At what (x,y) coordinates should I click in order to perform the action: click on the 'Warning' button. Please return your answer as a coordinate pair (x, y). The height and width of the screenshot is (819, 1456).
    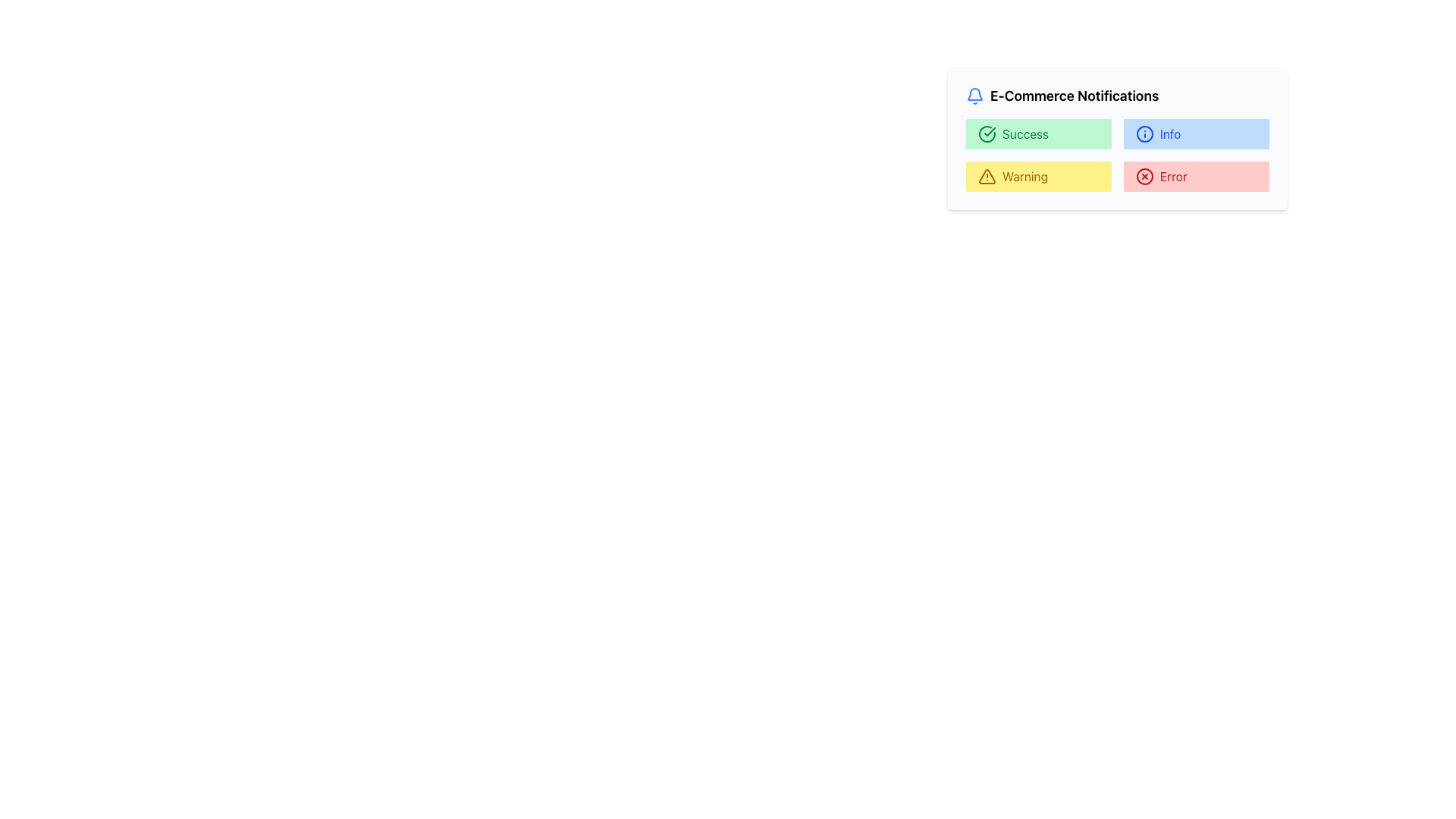
    Looking at the image, I should click on (1117, 175).